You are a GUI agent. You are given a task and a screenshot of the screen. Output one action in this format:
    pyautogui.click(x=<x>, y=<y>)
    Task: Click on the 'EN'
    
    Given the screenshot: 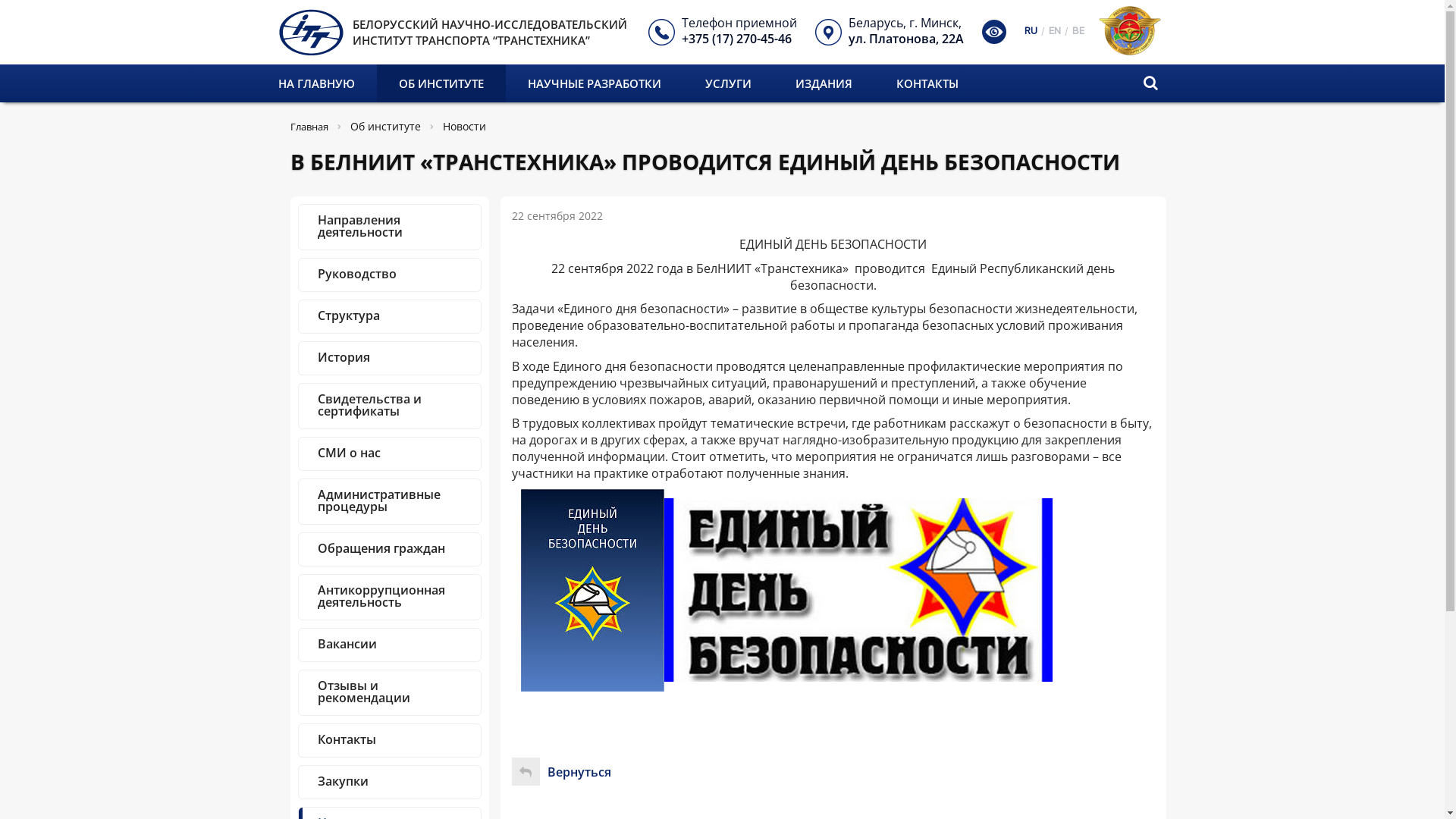 What is the action you would take?
    pyautogui.click(x=1054, y=28)
    